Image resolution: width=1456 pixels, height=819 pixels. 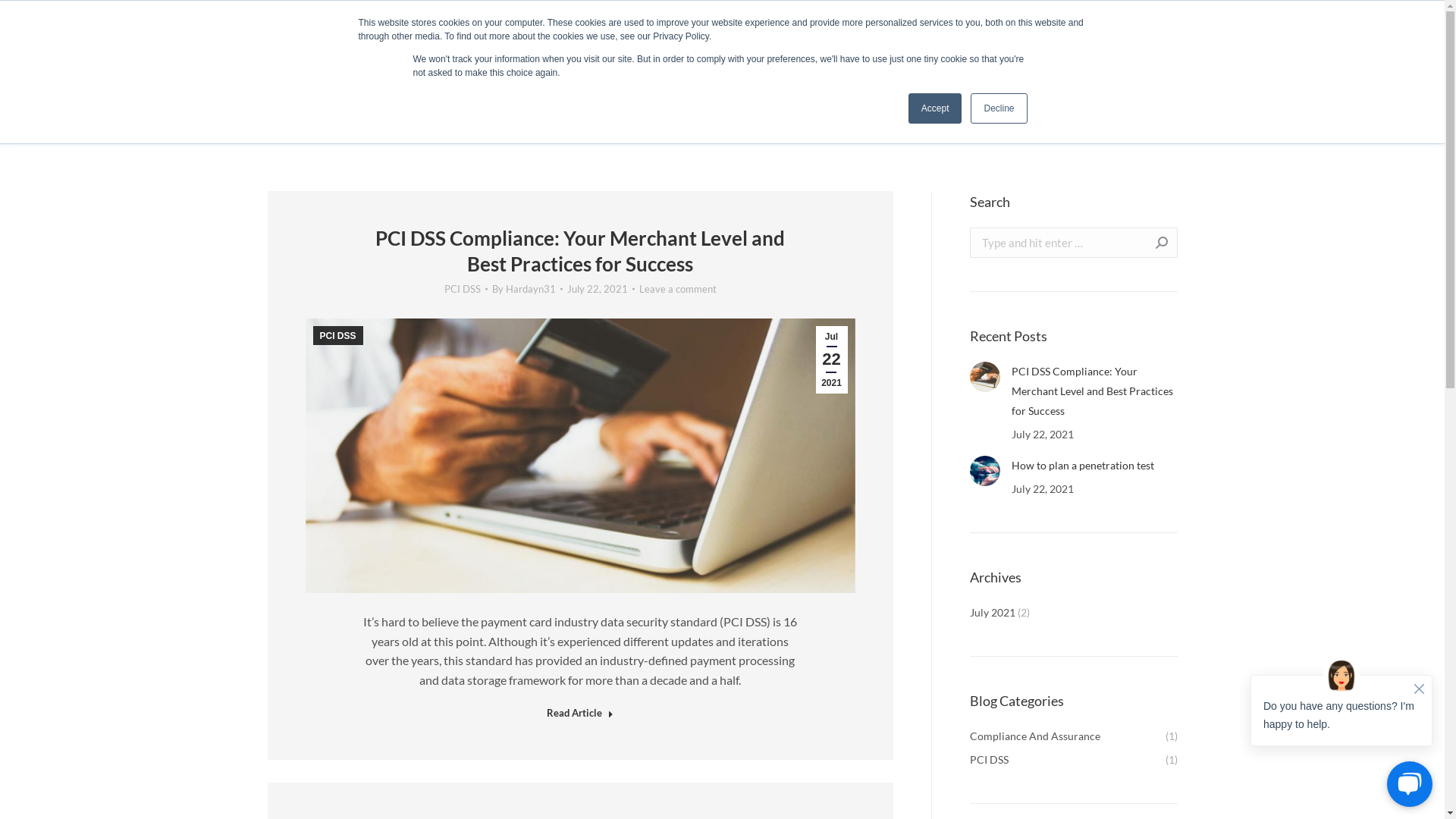 What do you see at coordinates (831, 359) in the screenshot?
I see `'Jul` at bounding box center [831, 359].